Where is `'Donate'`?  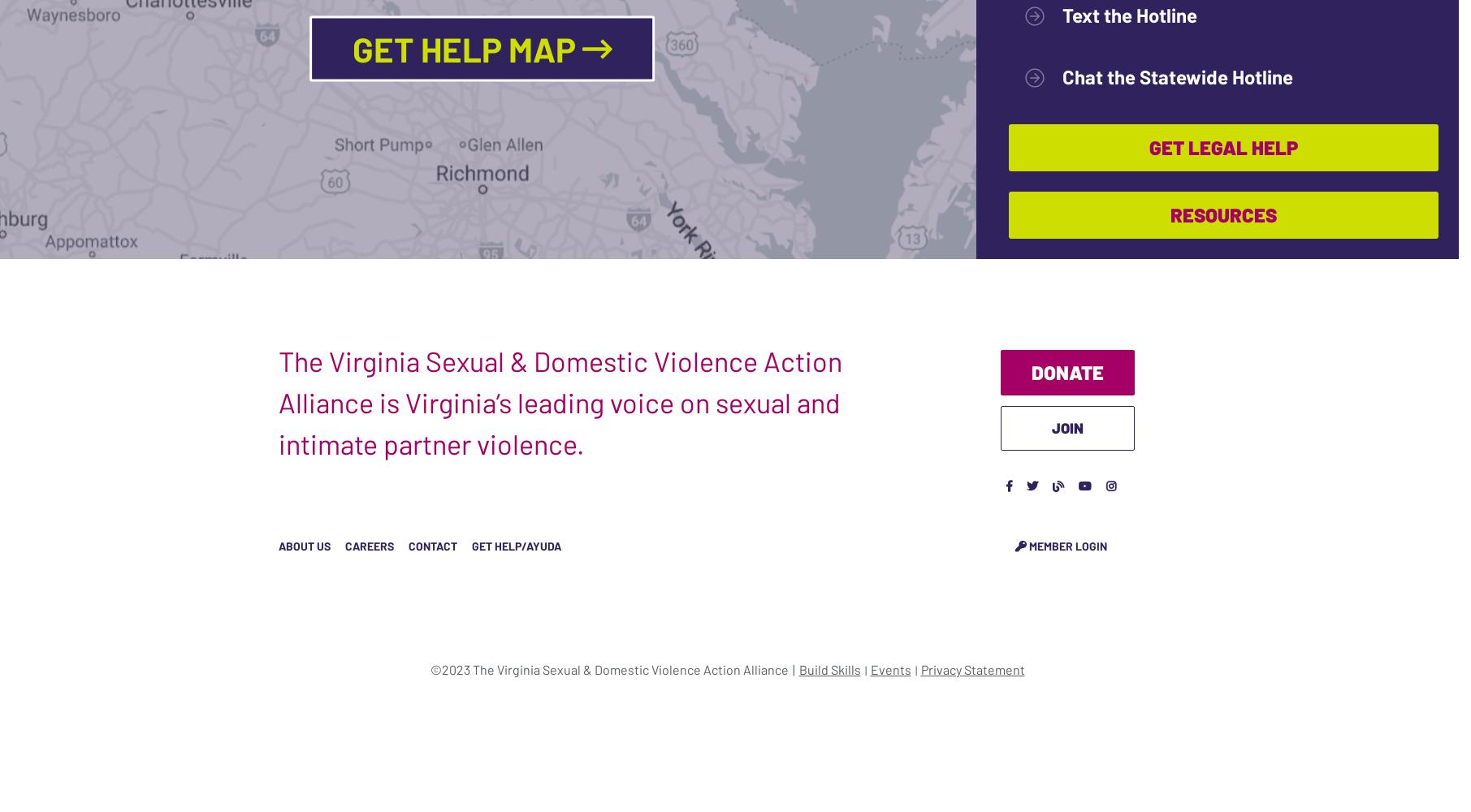 'Donate' is located at coordinates (1030, 370).